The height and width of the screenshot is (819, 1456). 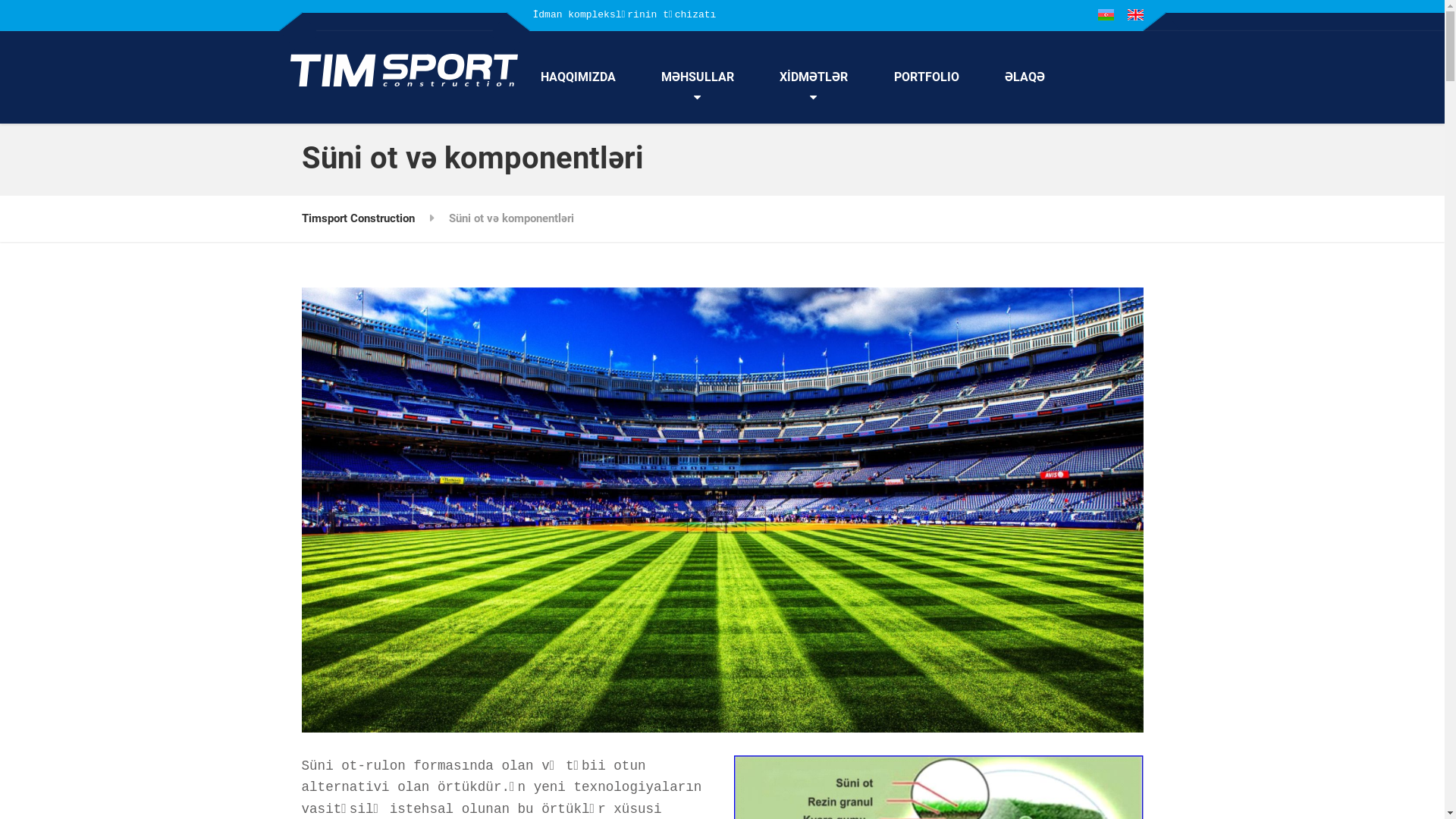 What do you see at coordinates (516, 77) in the screenshot?
I see `'HAQQIMIZDA'` at bounding box center [516, 77].